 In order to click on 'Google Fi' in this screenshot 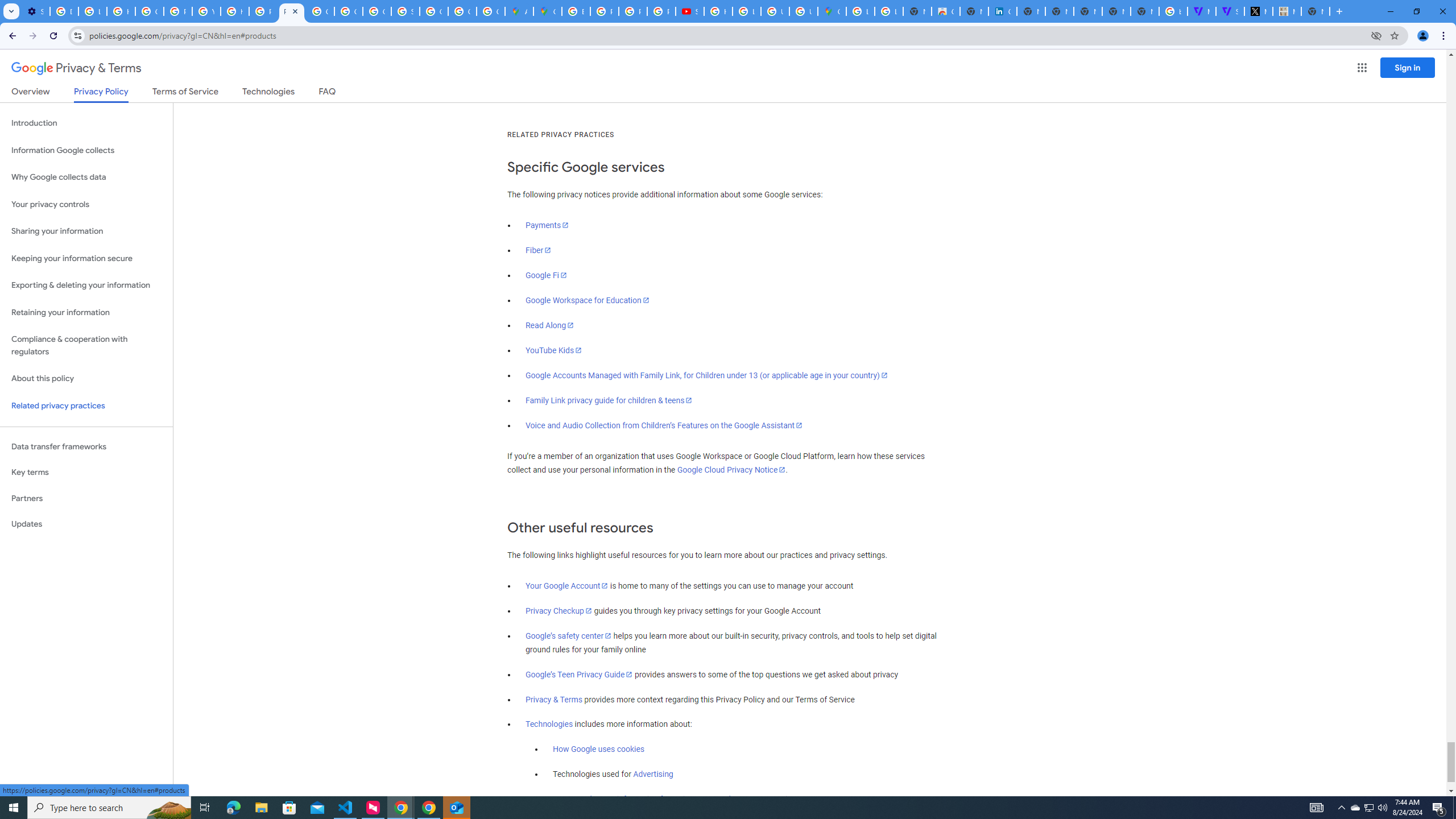, I will do `click(545, 274)`.